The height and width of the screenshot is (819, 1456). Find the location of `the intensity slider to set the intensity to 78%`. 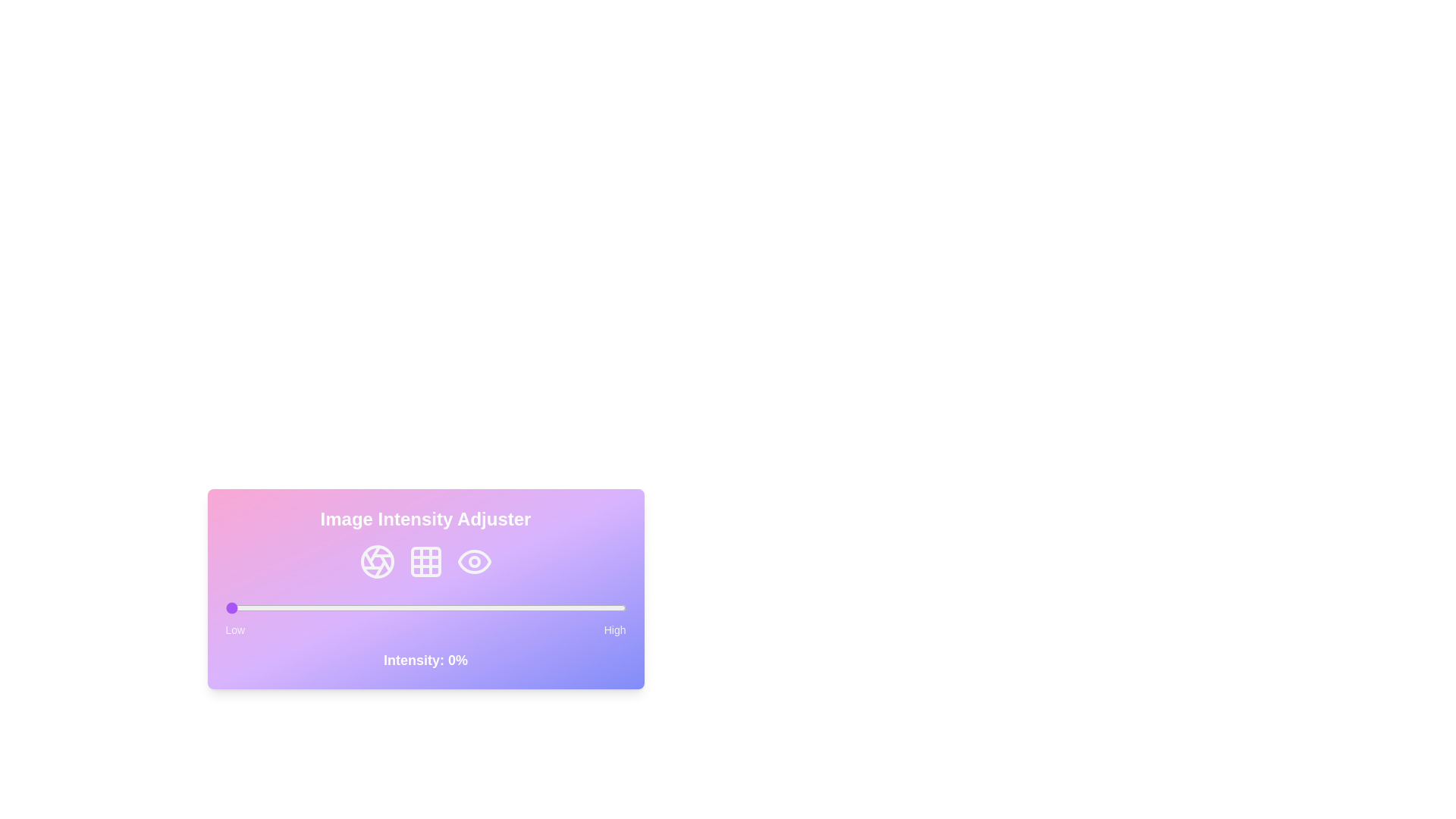

the intensity slider to set the intensity to 78% is located at coordinates (538, 607).